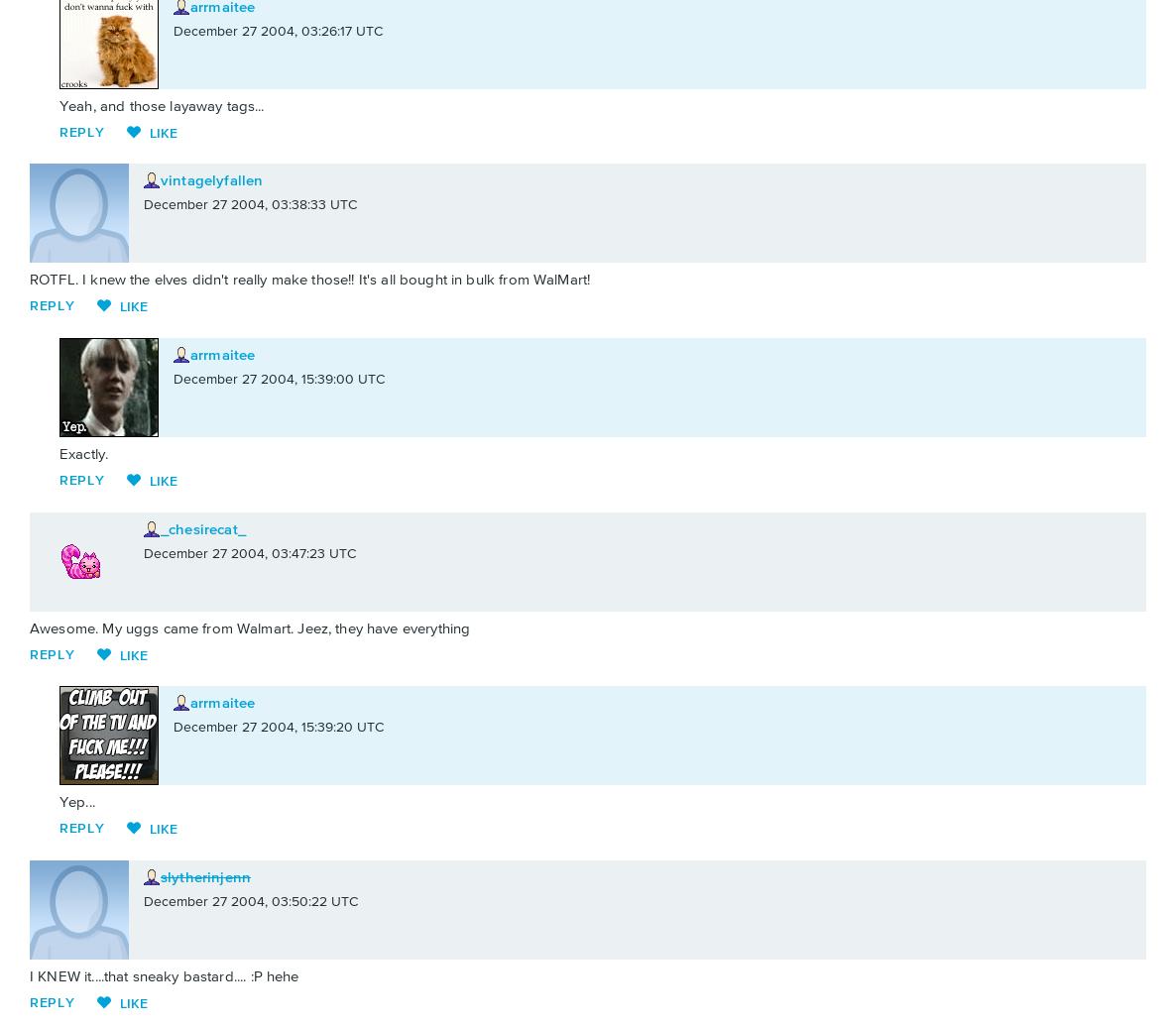  I want to click on 'slytherinjenn', so click(204, 875).